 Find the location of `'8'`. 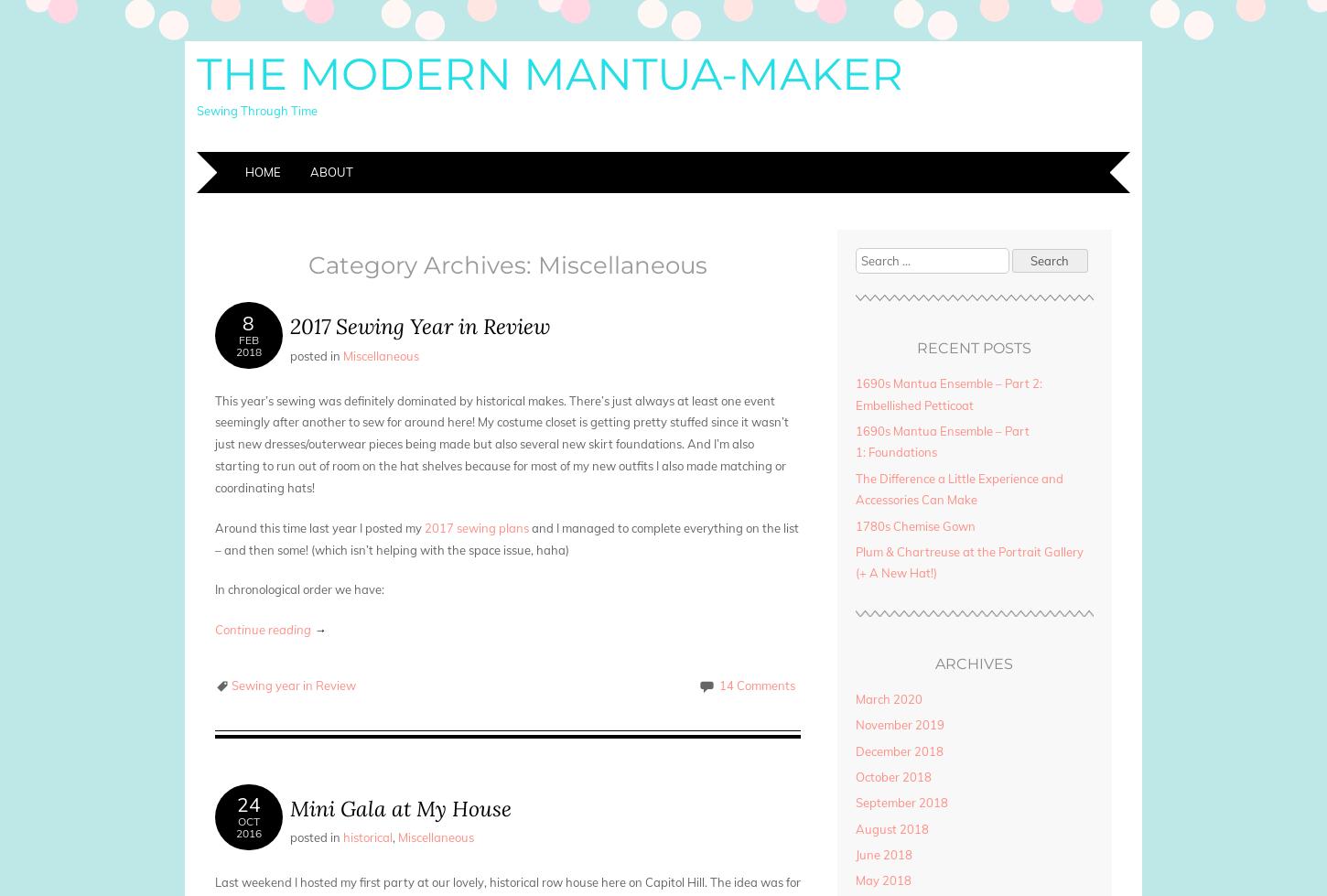

'8' is located at coordinates (248, 322).